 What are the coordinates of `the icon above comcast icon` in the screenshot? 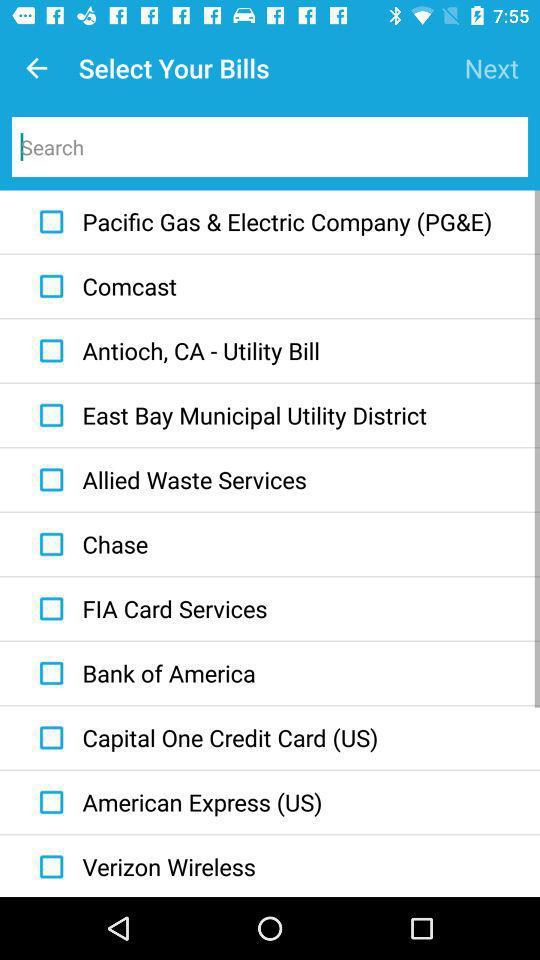 It's located at (261, 222).